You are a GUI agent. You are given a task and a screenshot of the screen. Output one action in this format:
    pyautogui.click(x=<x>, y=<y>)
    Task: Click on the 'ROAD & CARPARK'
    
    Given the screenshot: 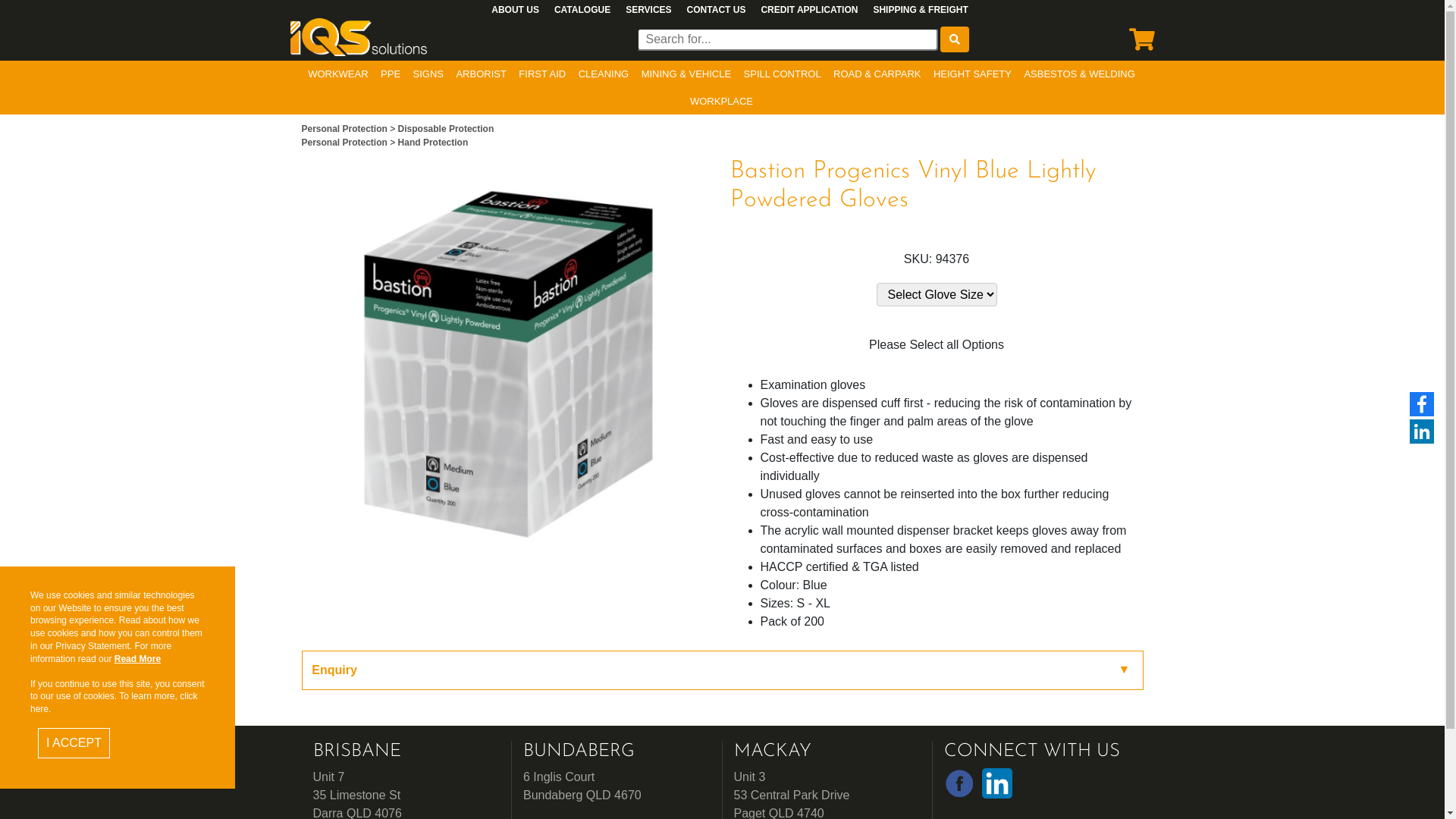 What is the action you would take?
    pyautogui.click(x=877, y=74)
    